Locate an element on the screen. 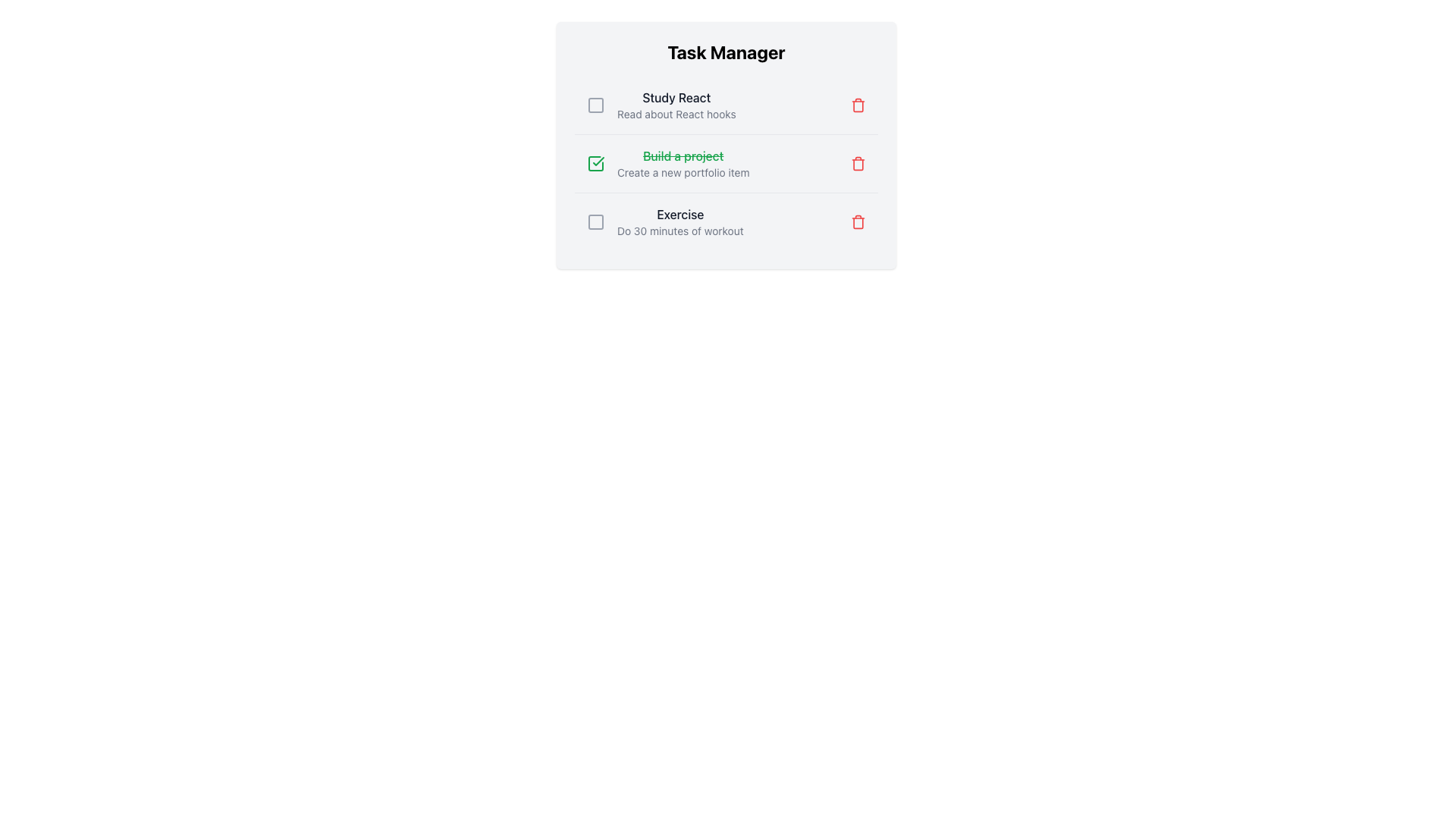 This screenshot has height=819, width=1456. the text element that reads 'Build a project' with a strikethrough styled in green and 'Create a new portfolio item' in smaller gray font, located as the second item is located at coordinates (667, 164).